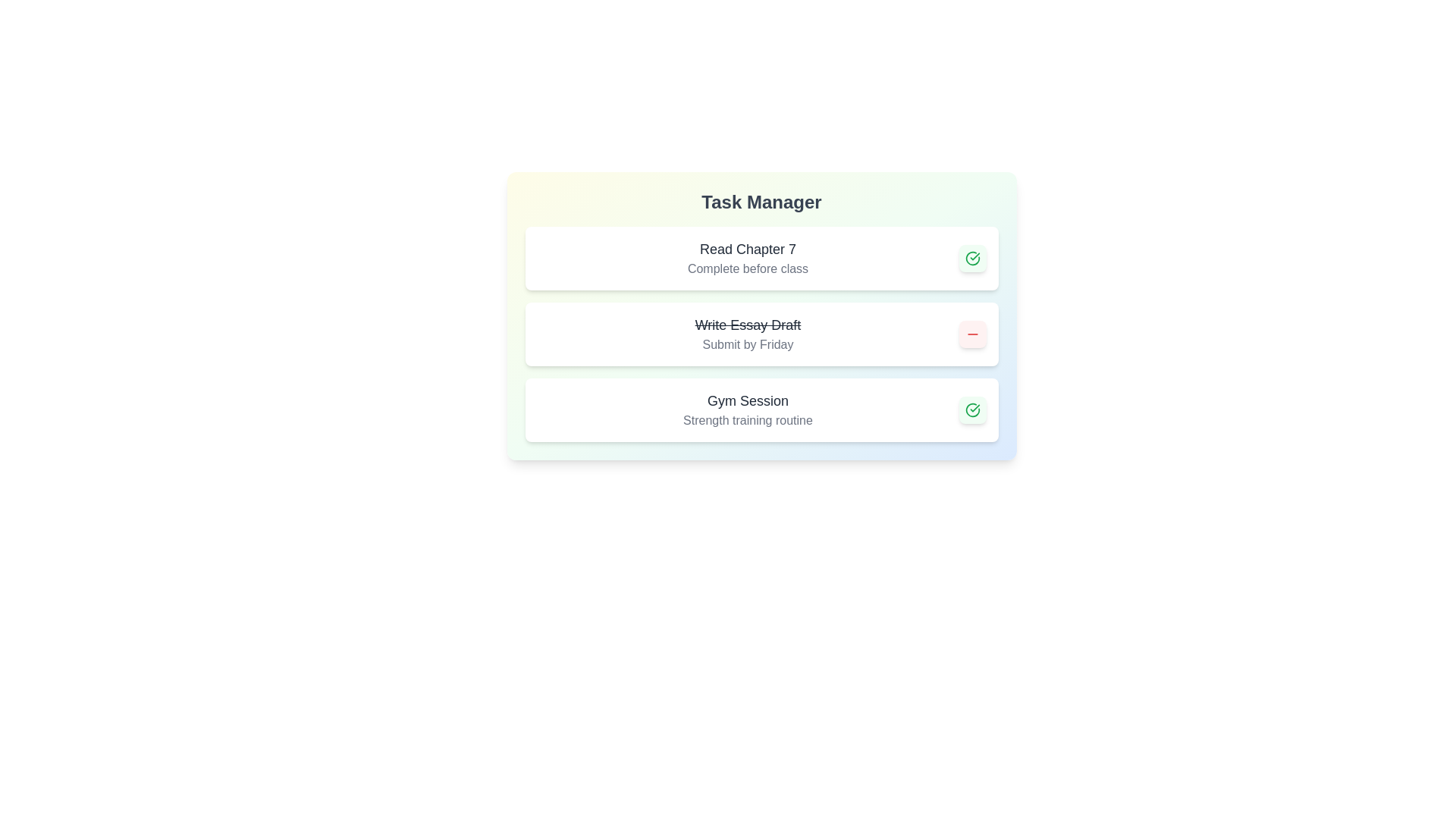 The height and width of the screenshot is (819, 1456). What do you see at coordinates (972, 257) in the screenshot?
I see `toggle button for the task identified by Read Chapter 7` at bounding box center [972, 257].